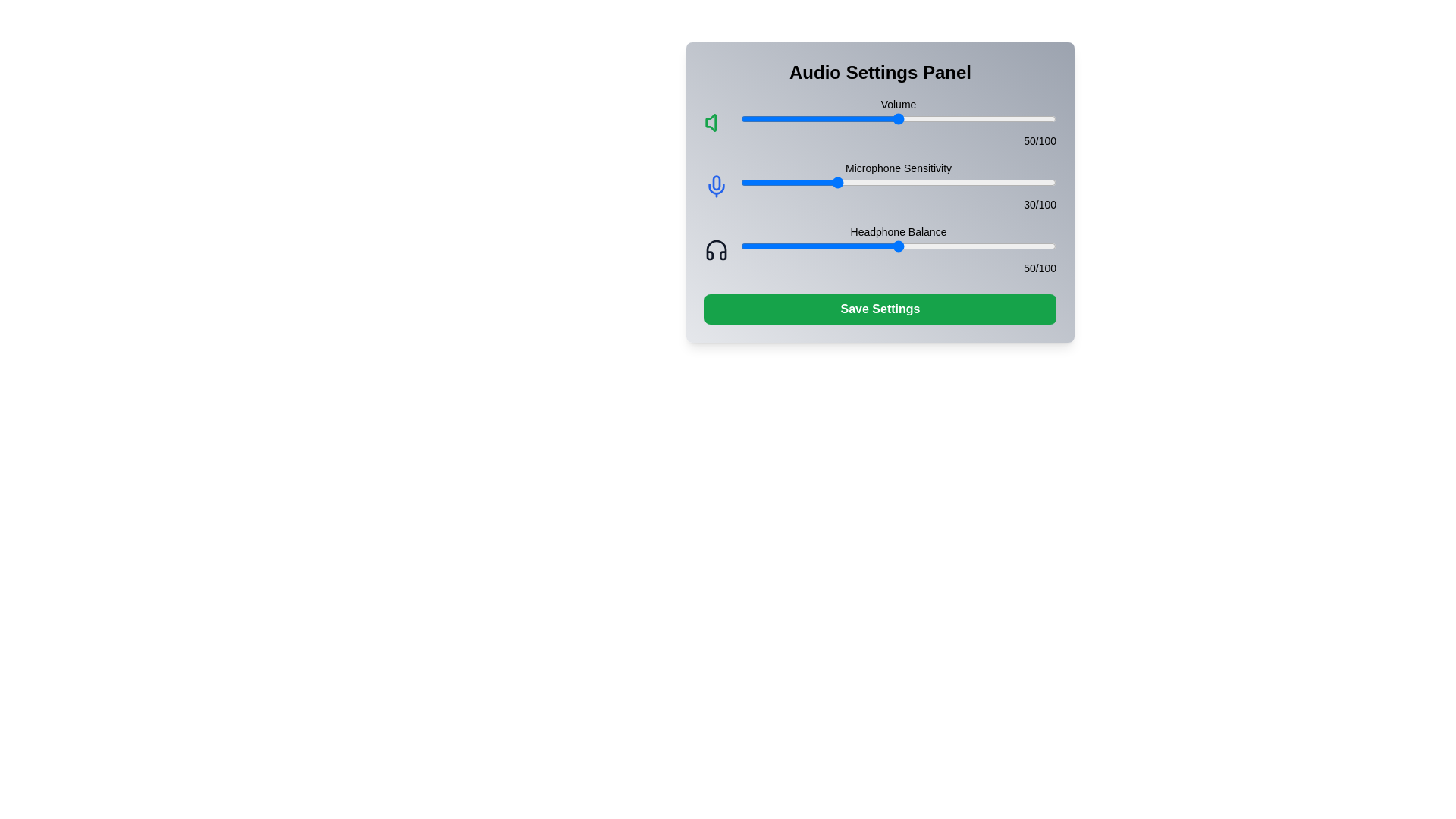 This screenshot has width=1456, height=819. Describe the element at coordinates (895, 181) in the screenshot. I see `the microphone sensitivity` at that location.